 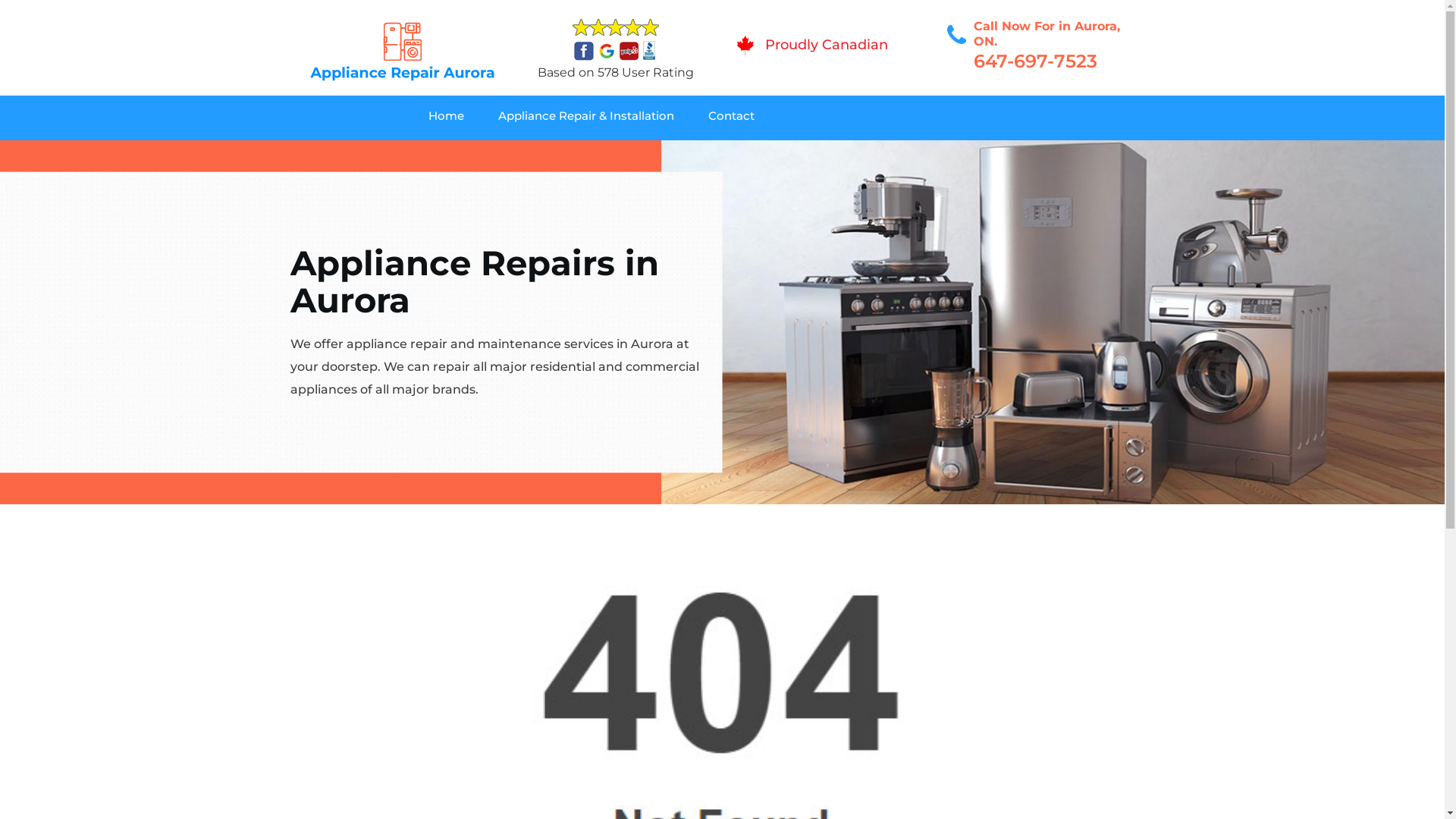 I want to click on 'Home', so click(x=462, y=117).